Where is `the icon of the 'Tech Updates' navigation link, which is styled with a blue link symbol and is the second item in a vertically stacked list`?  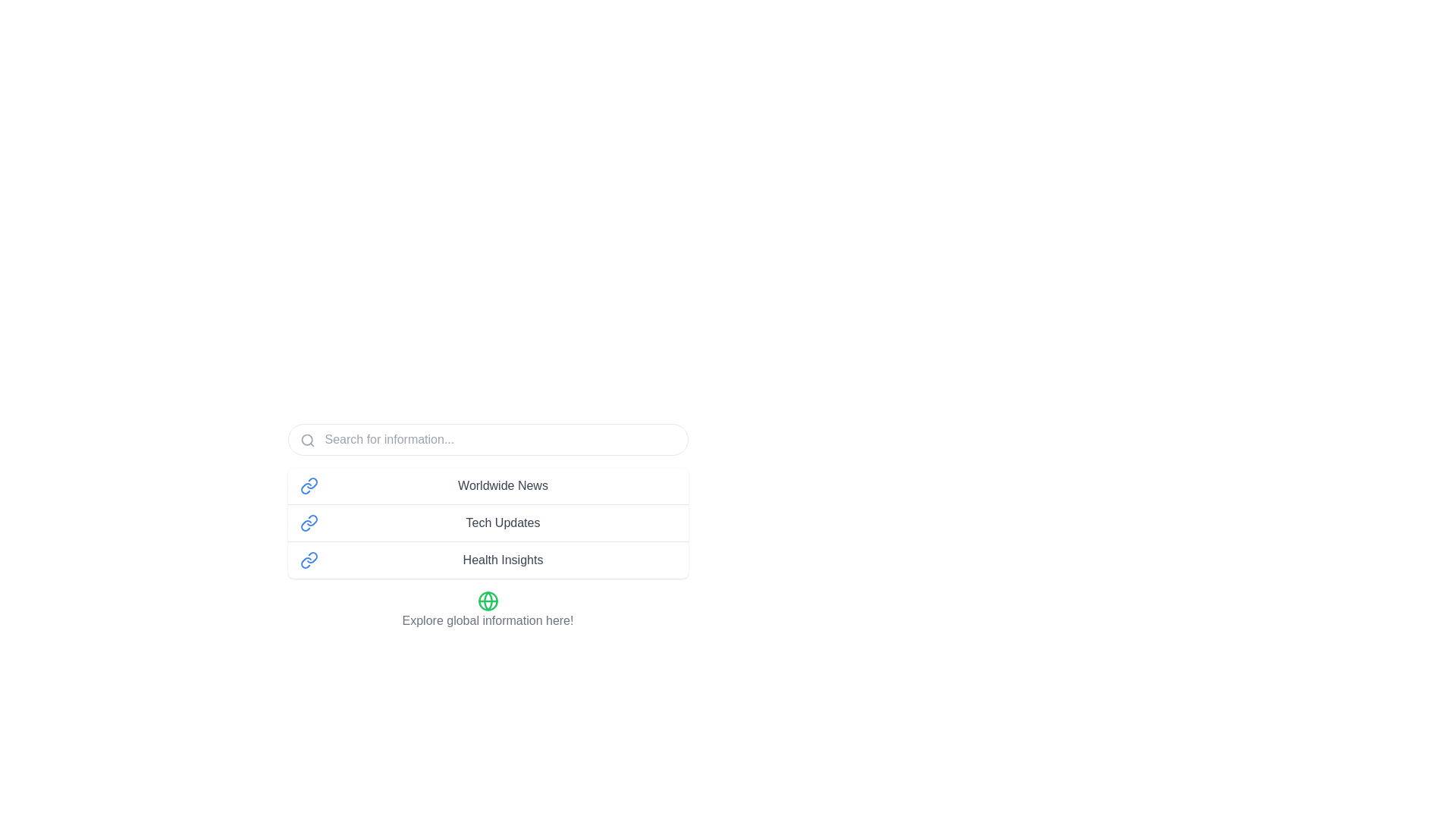
the icon of the 'Tech Updates' navigation link, which is styled with a blue link symbol and is the second item in a vertically stacked list is located at coordinates (488, 522).